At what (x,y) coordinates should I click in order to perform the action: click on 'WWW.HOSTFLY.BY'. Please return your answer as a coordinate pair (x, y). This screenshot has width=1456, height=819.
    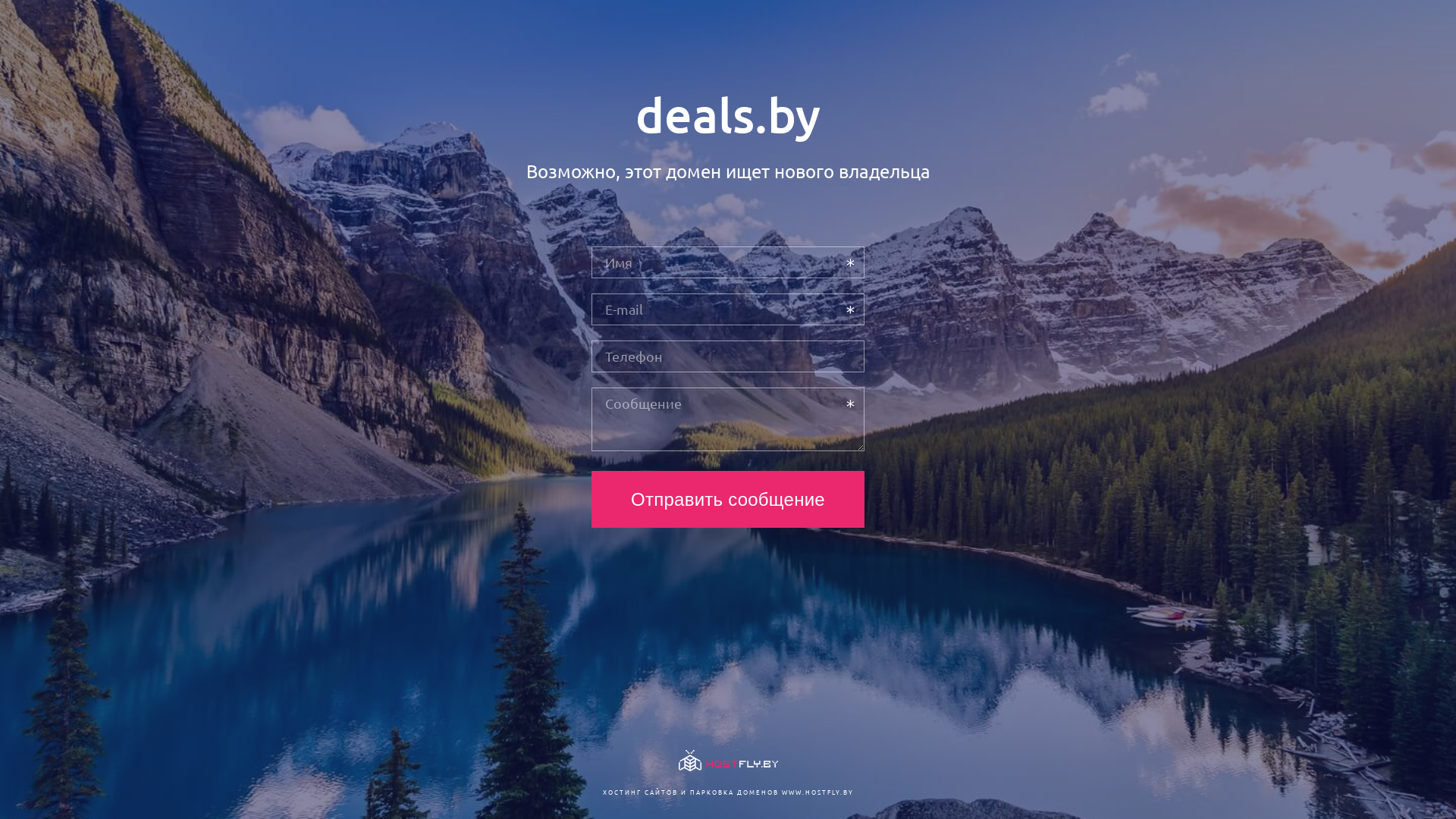
    Looking at the image, I should click on (816, 791).